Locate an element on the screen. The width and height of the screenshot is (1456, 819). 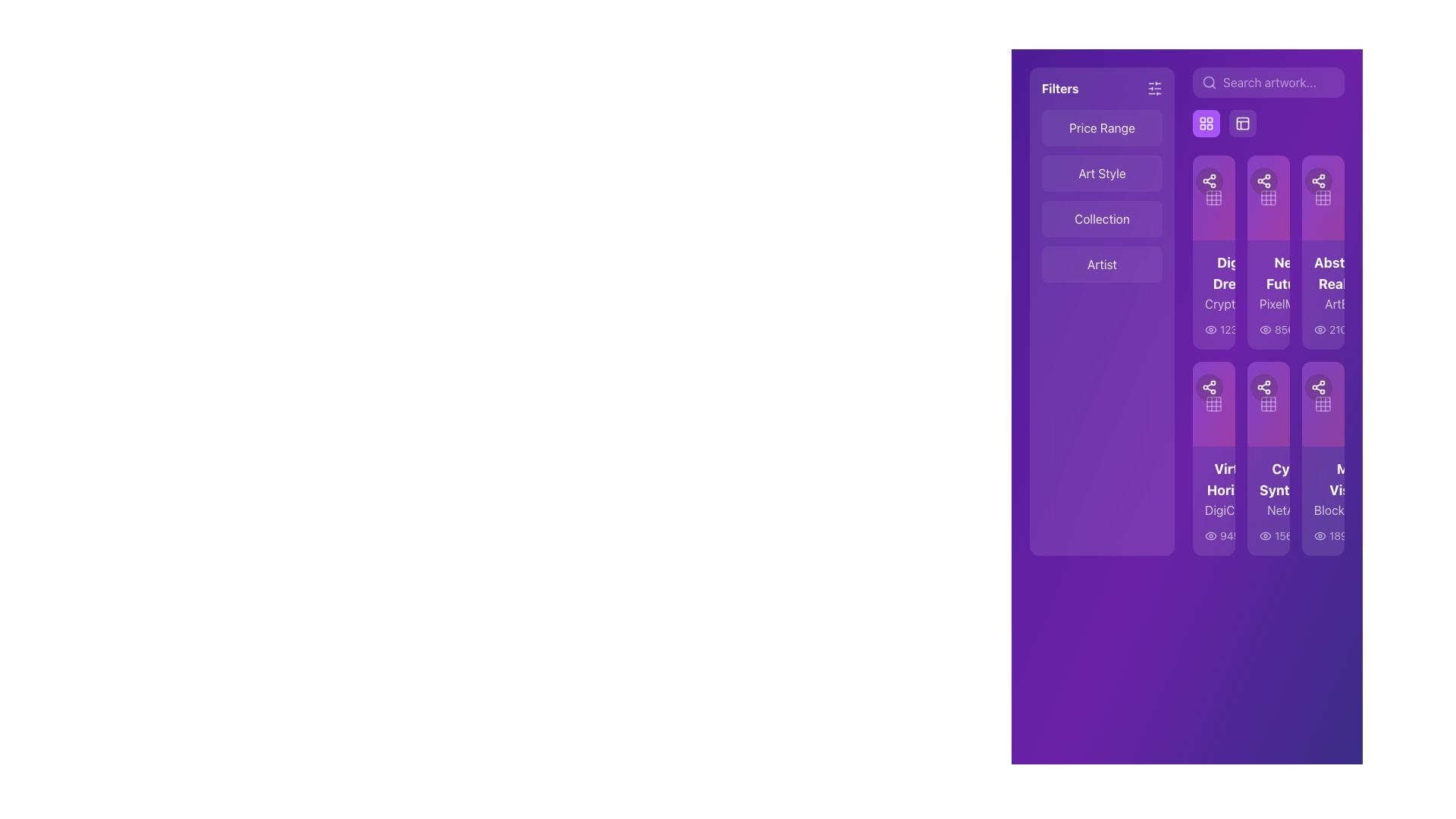
displayed value from the informational Text label located in the bottom-right corner of the interface, adjacent to an eye icon on the rightmost card is located at coordinates (1341, 535).